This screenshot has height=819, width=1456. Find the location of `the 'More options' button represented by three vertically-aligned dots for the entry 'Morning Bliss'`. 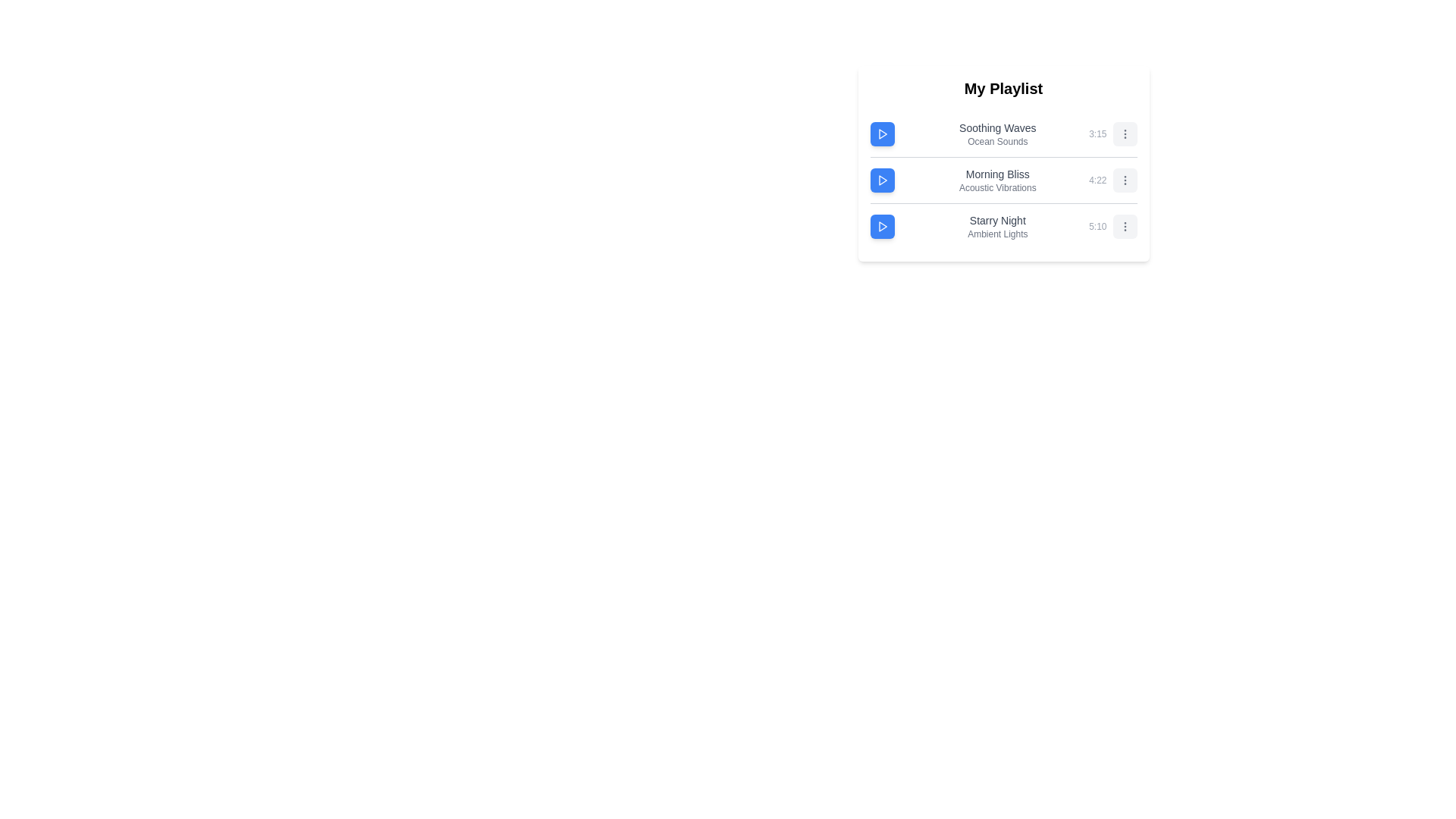

the 'More options' button represented by three vertically-aligned dots for the entry 'Morning Bliss' is located at coordinates (1125, 180).